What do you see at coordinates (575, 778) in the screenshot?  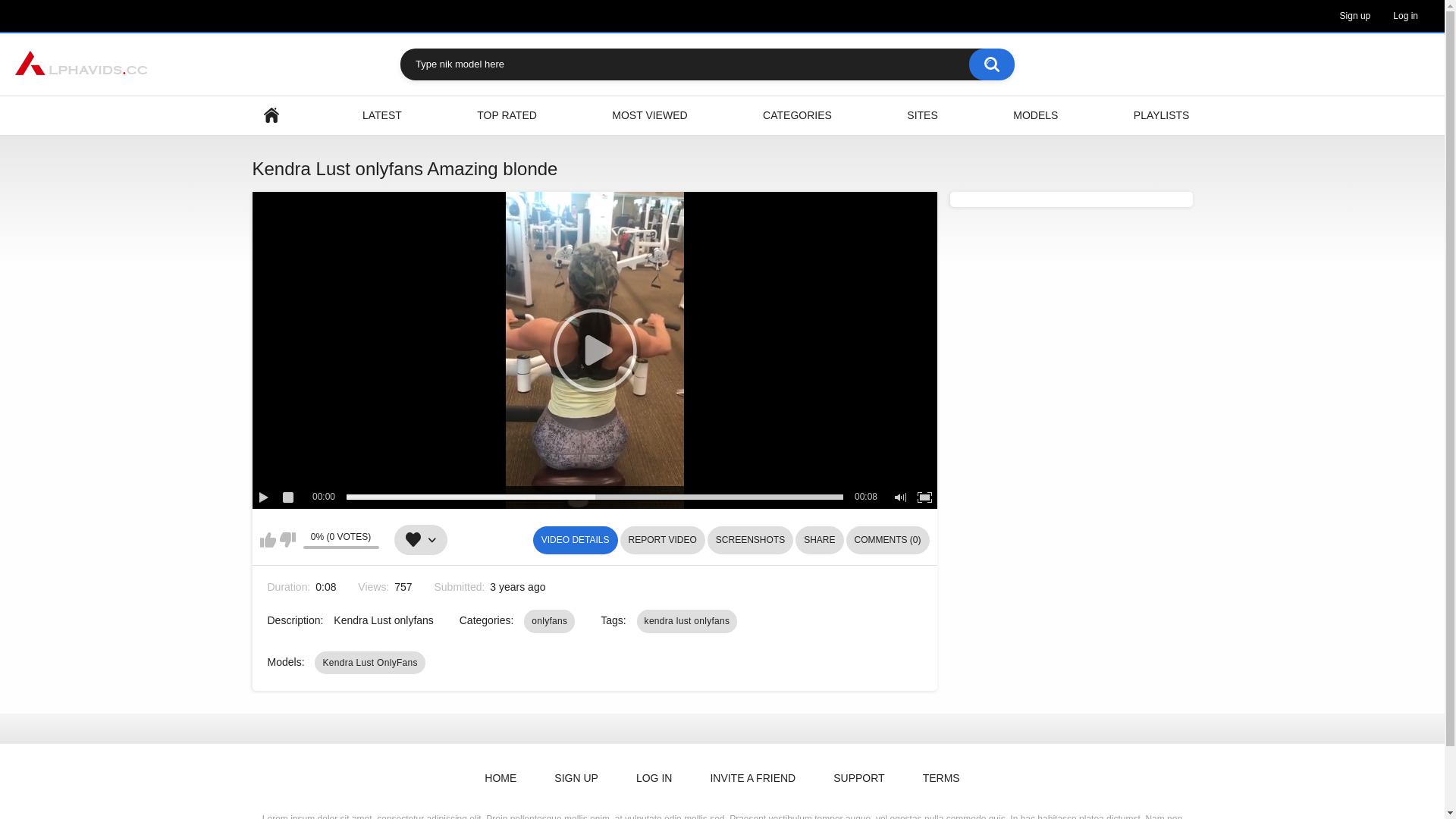 I see `'SIGN UP'` at bounding box center [575, 778].